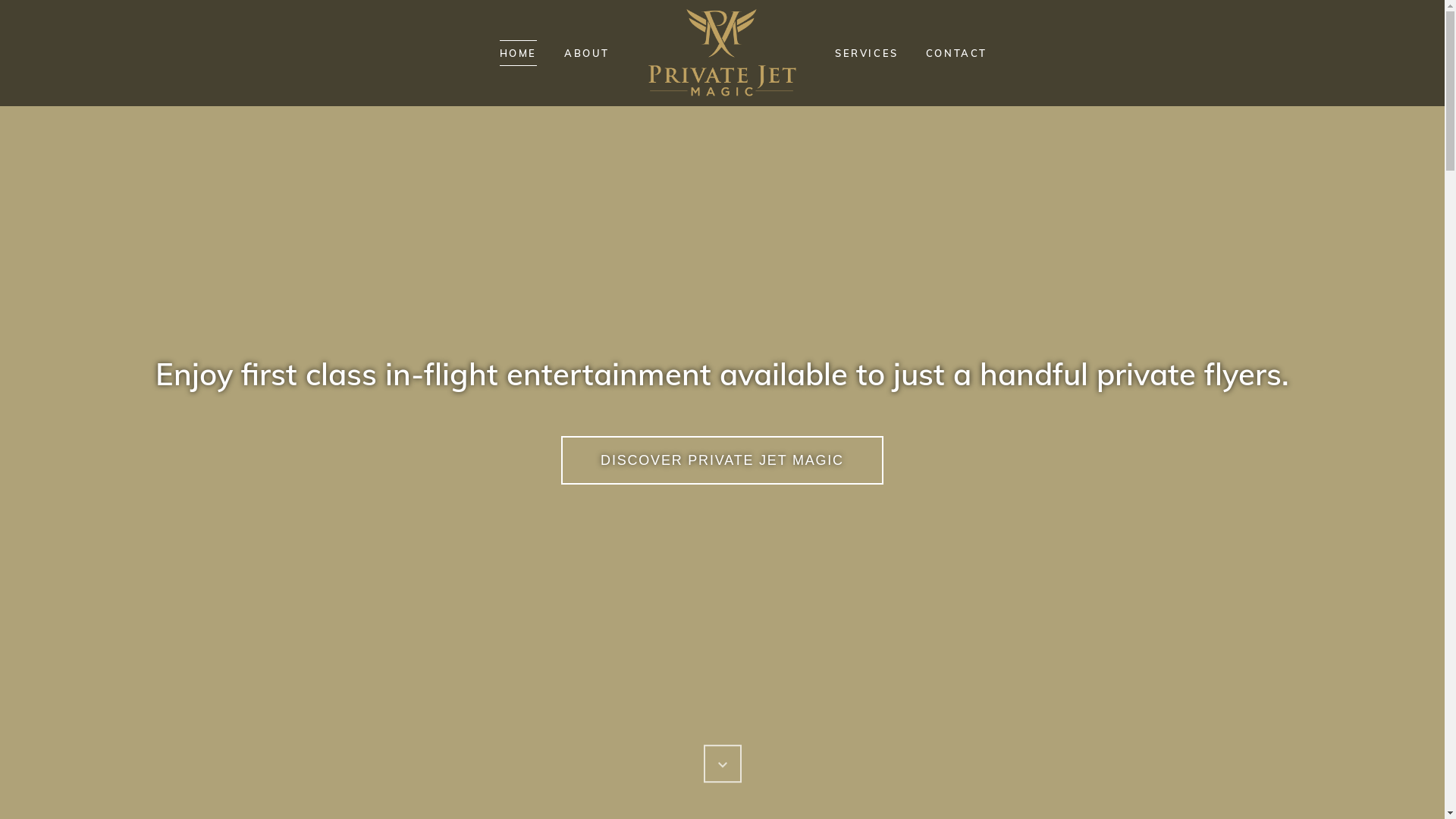 This screenshot has height=819, width=1456. Describe the element at coordinates (721, 459) in the screenshot. I see `'DISCOVER PRIVATE JET MAGIC'` at that location.